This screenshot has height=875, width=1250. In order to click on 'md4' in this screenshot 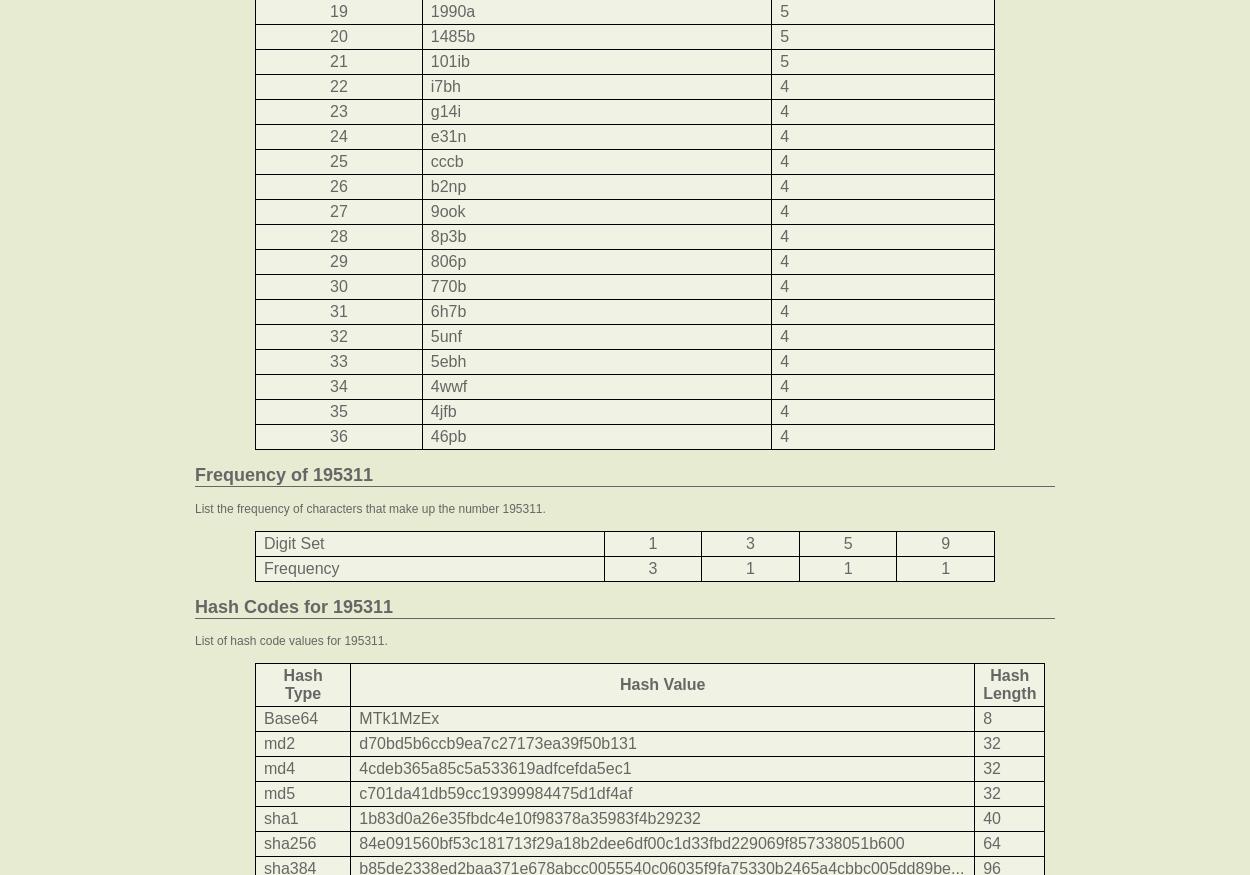, I will do `click(279, 767)`.